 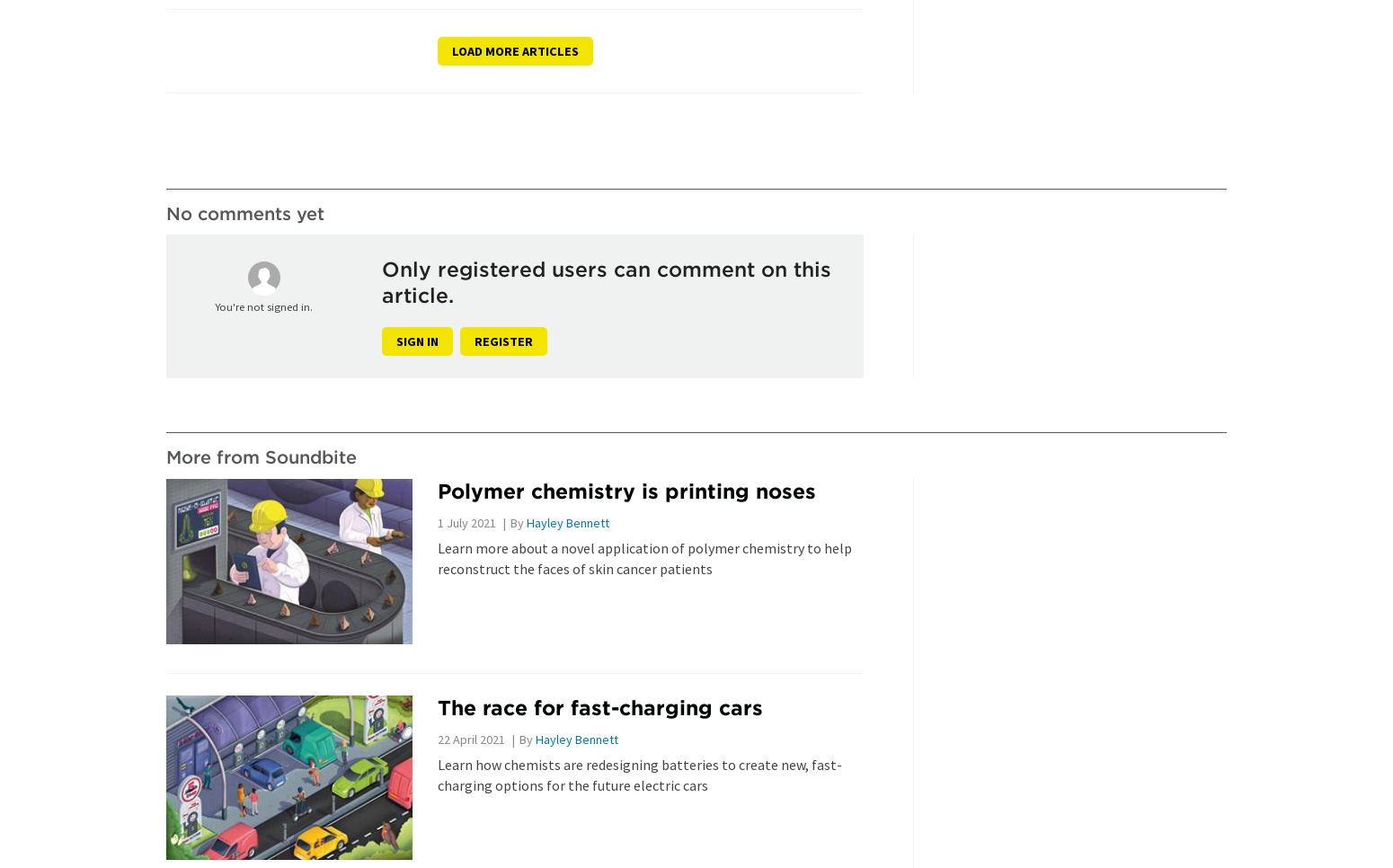 I want to click on '22 April 2021', so click(x=469, y=738).